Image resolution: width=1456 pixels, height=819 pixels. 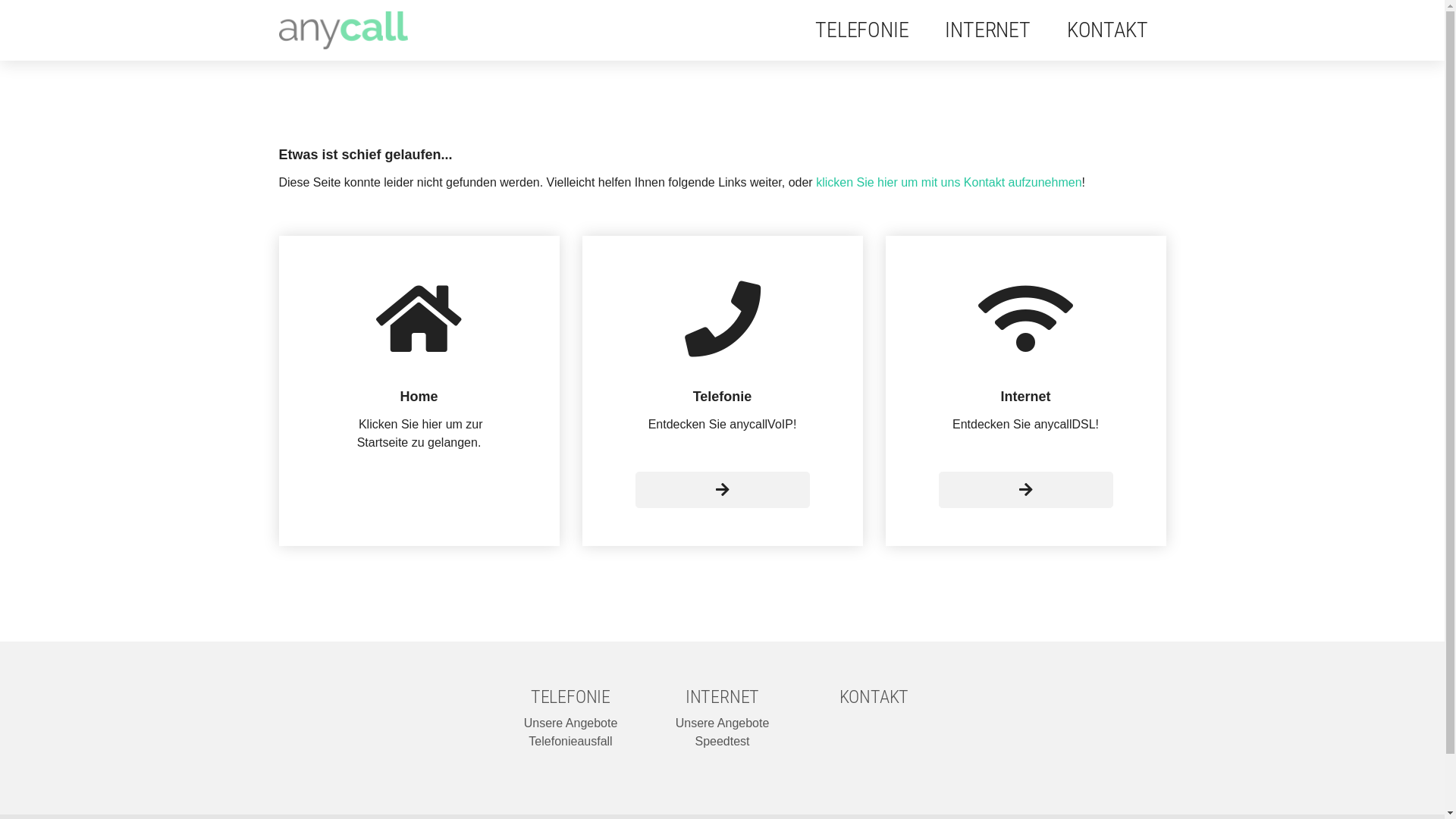 I want to click on 'INTERNET', so click(x=721, y=696).